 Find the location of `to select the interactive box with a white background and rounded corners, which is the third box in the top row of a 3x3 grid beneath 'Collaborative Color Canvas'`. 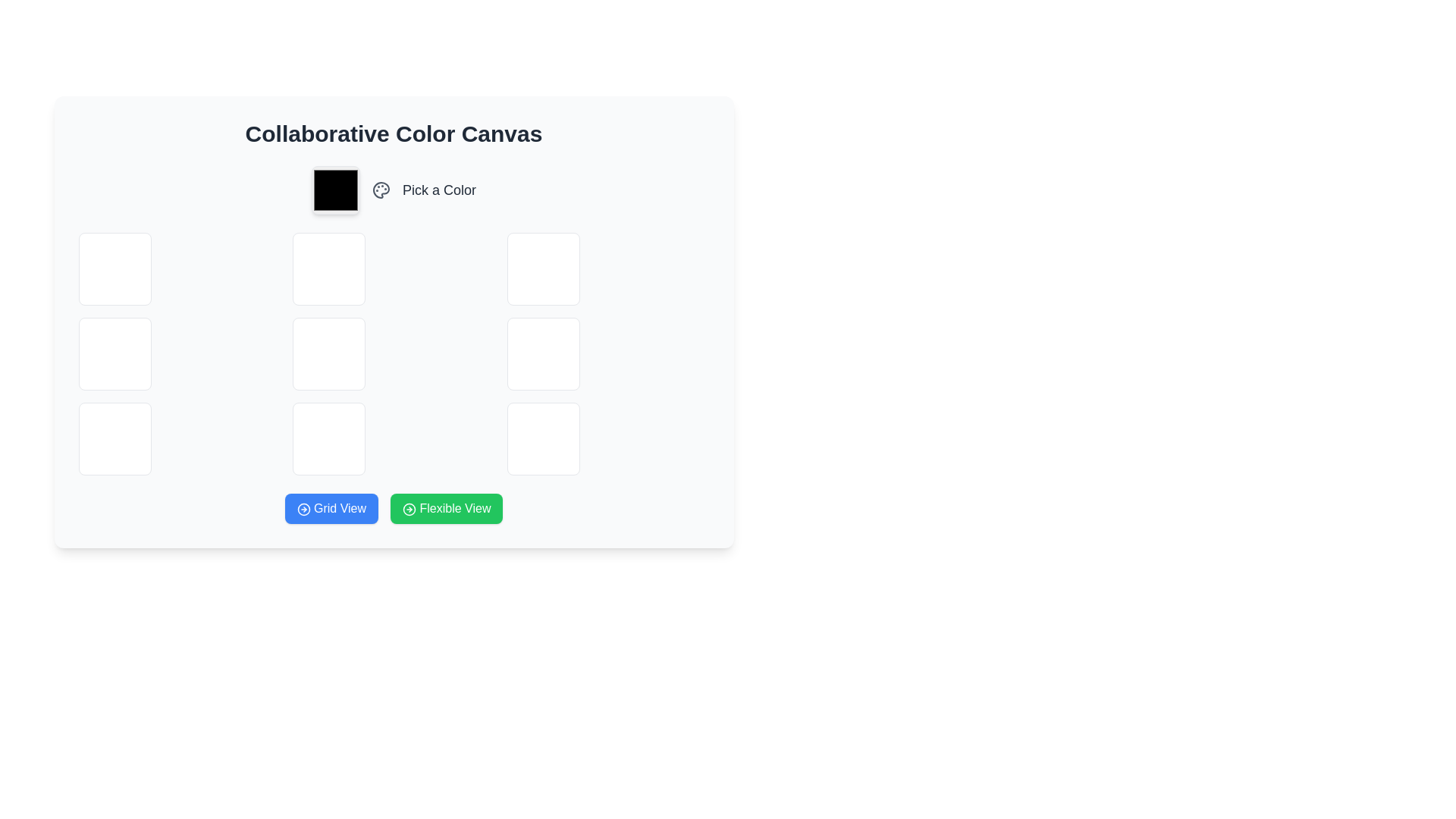

to select the interactive box with a white background and rounded corners, which is the third box in the top row of a 3x3 grid beneath 'Collaborative Color Canvas' is located at coordinates (543, 268).